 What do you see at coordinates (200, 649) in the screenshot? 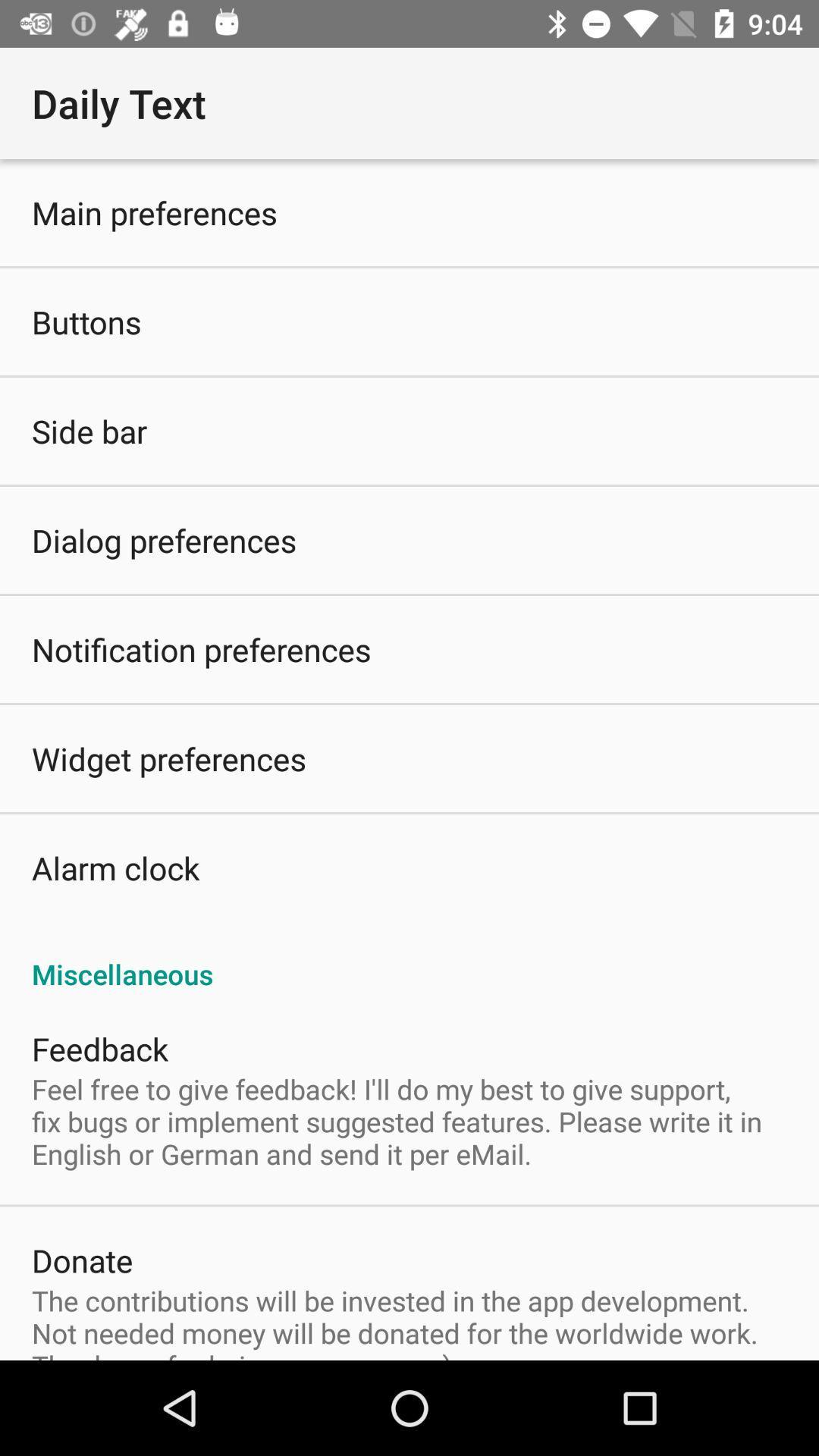
I see `the item below dialog preferences icon` at bounding box center [200, 649].